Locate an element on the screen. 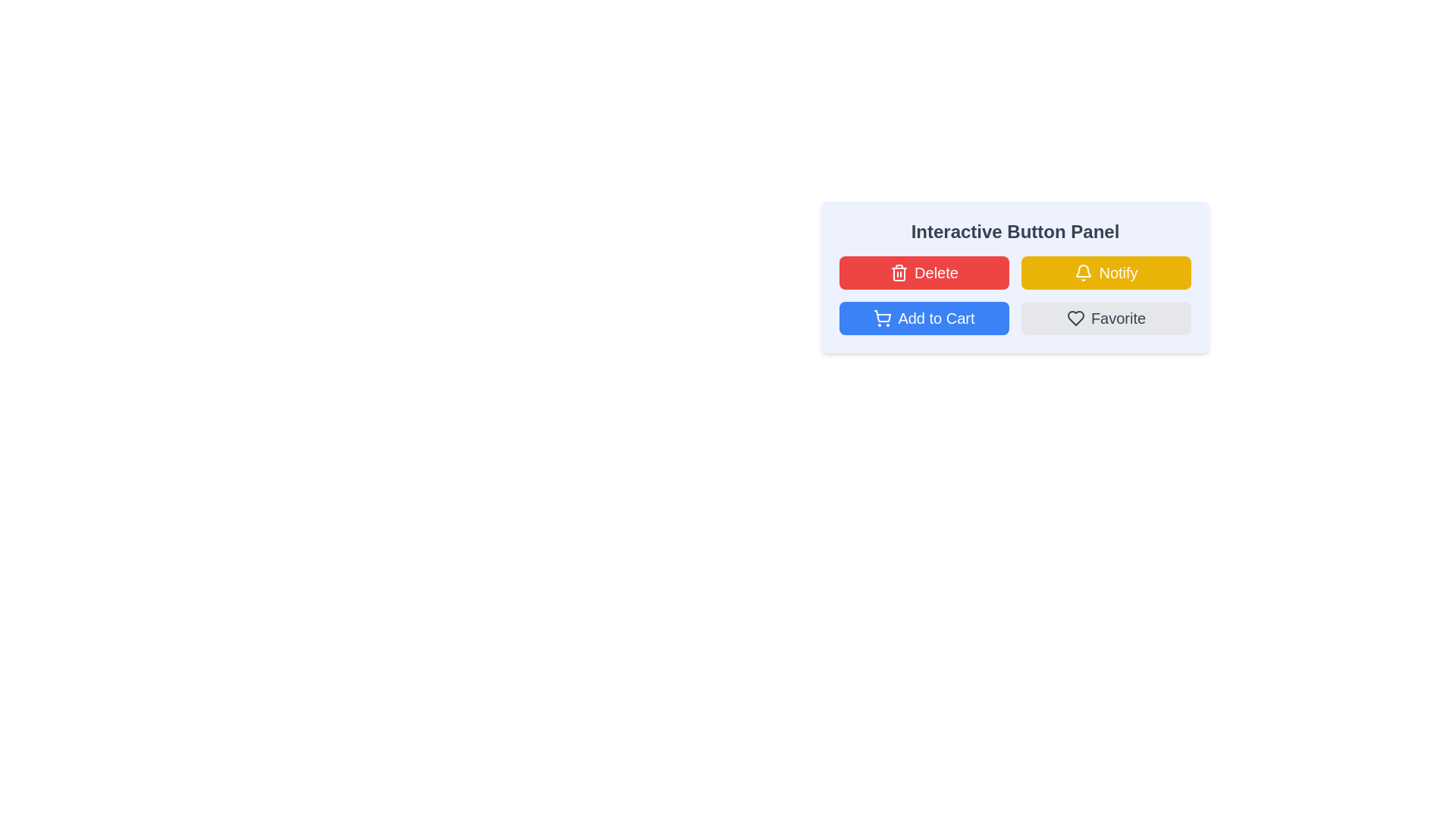 Image resolution: width=1456 pixels, height=819 pixels. the 'Add to Cart' button, which is a blue rectangular button with rounded corners displaying the text label 'Add to Cart' in white font, positioned in the second row of a horizontal button group is located at coordinates (935, 318).